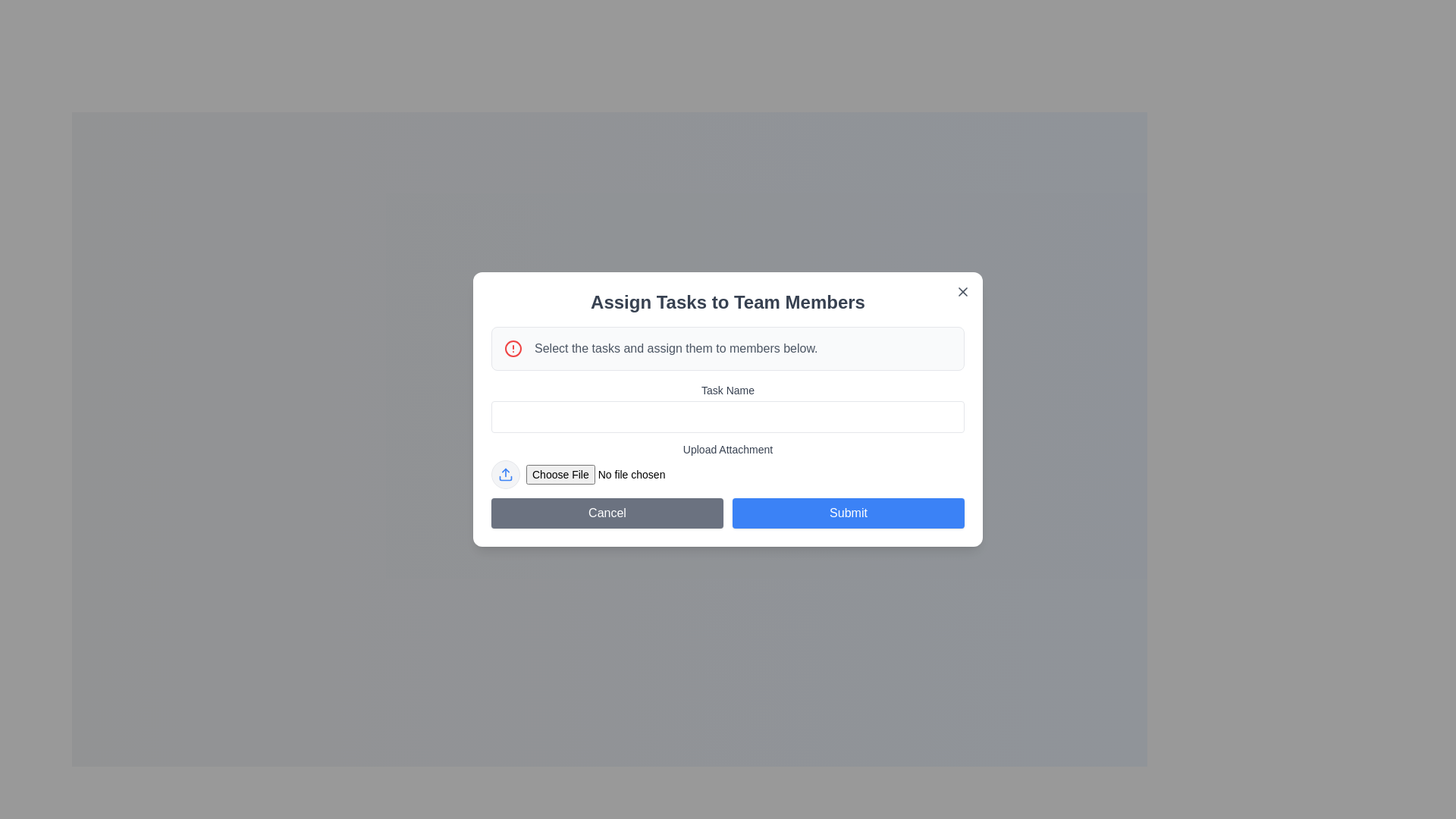  Describe the element at coordinates (962, 292) in the screenshot. I see `the close button located at the top-right corner of the modal dialog to change its color` at that location.